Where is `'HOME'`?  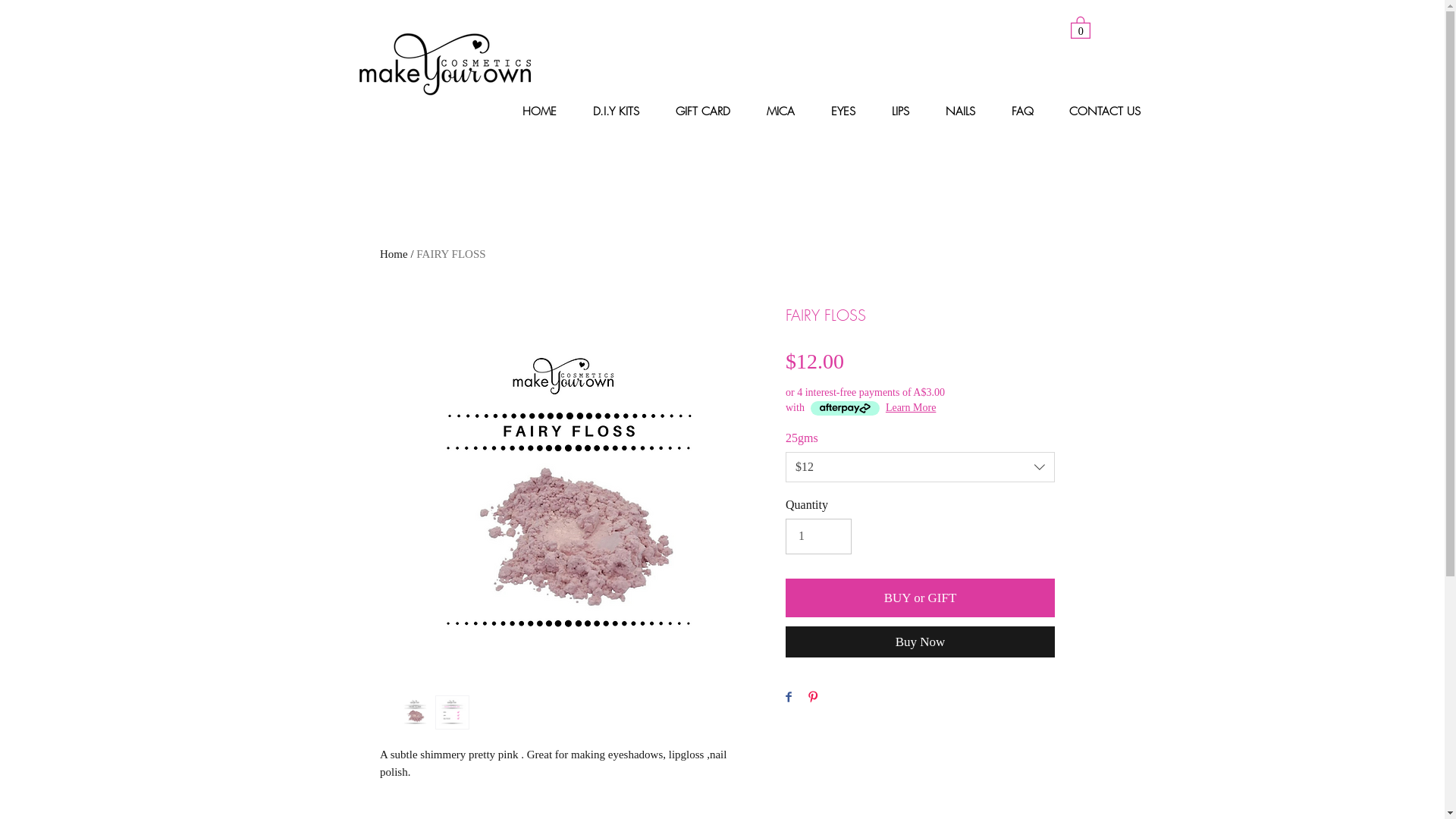 'HOME' is located at coordinates (546, 111).